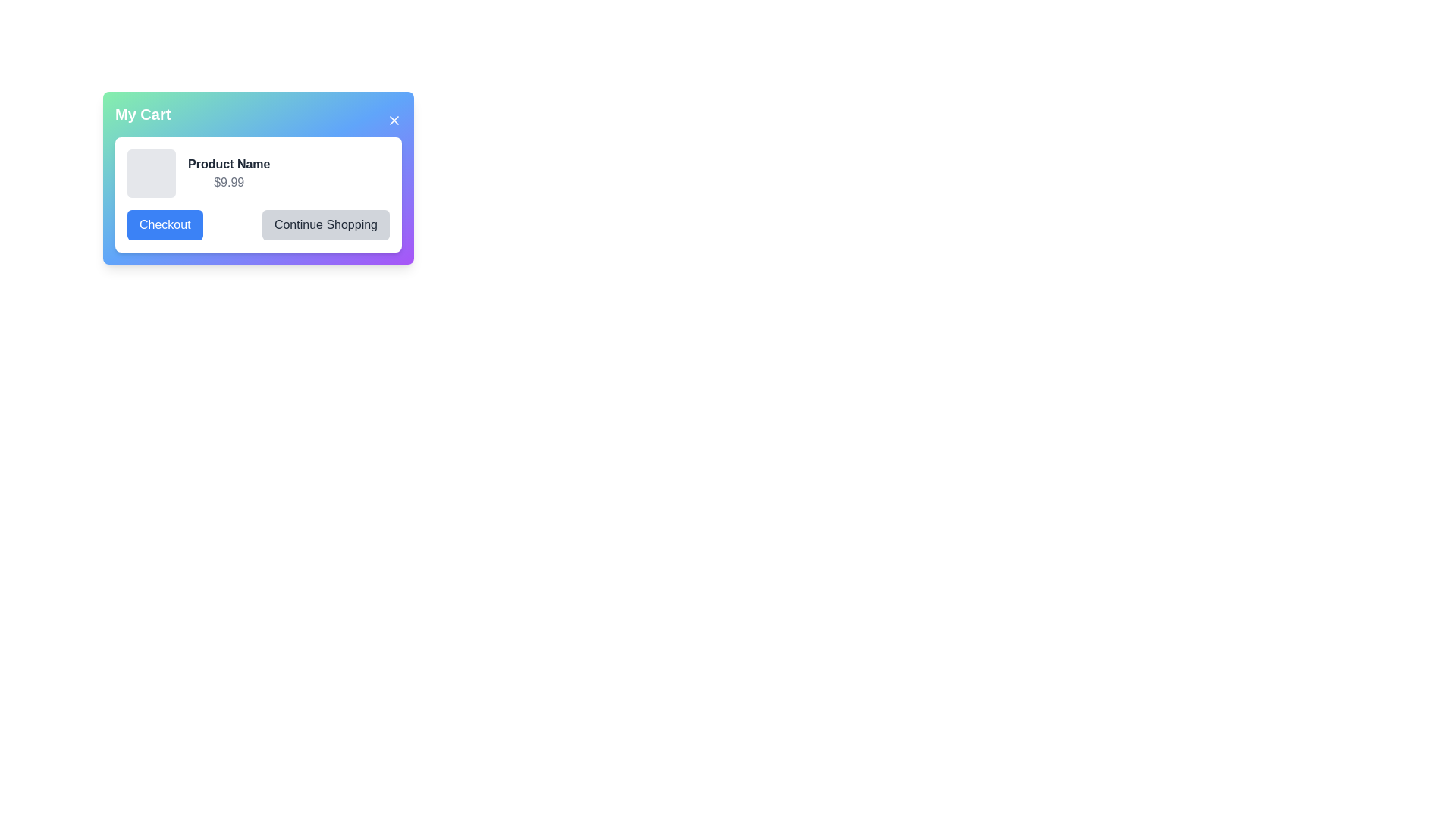 The height and width of the screenshot is (819, 1456). Describe the element at coordinates (228, 164) in the screenshot. I see `the 'Product Name' text label in the 'My Cart' section, which is styled in bold dark gray against a white background` at that location.